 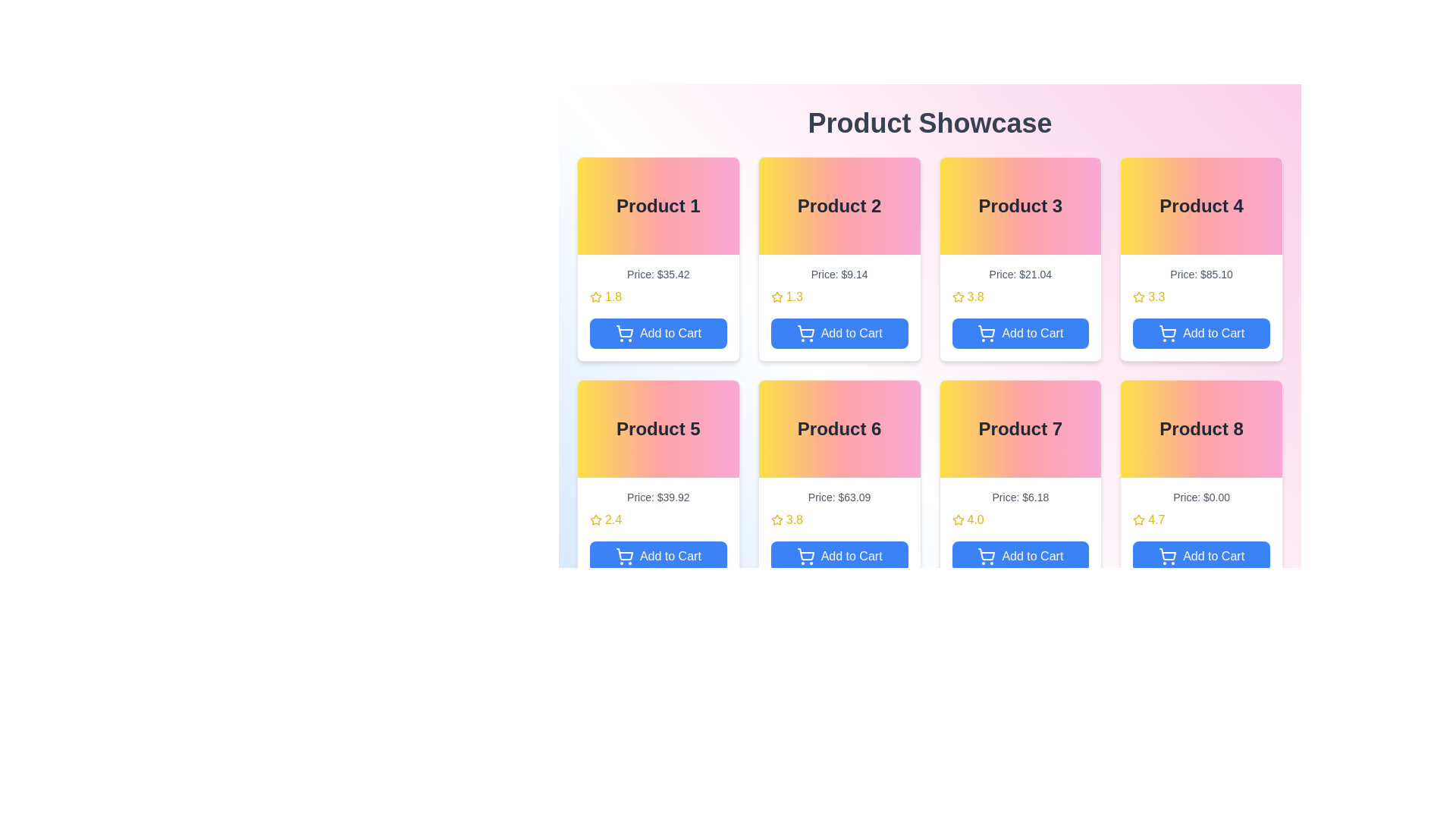 What do you see at coordinates (839, 497) in the screenshot?
I see `the text display that communicates the monetary price of the corresponding product located in the second row, third column of the product grid layout, beneath 'Product 6'` at bounding box center [839, 497].